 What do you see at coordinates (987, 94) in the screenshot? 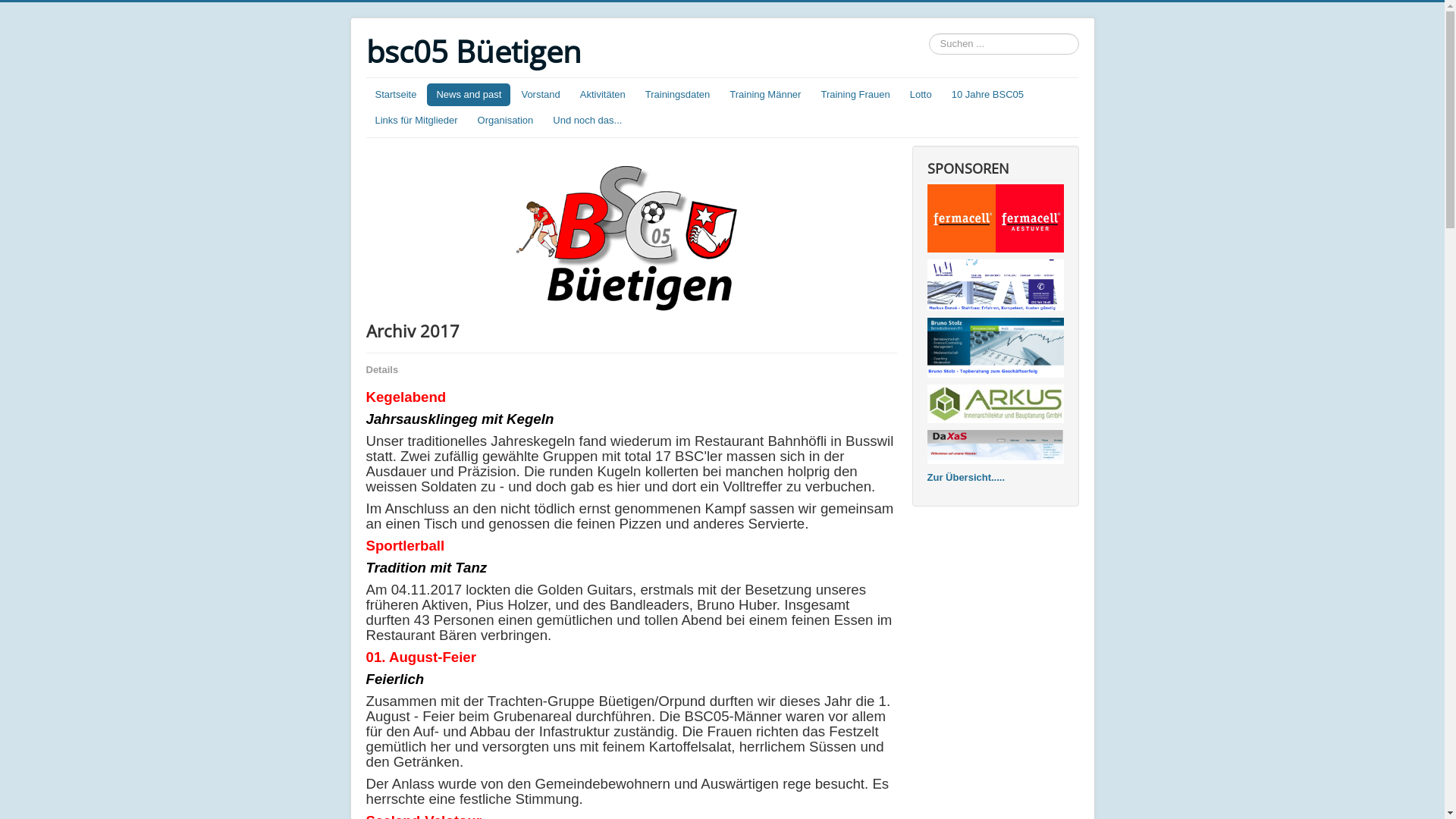
I see `'10 Jahre BSC05'` at bounding box center [987, 94].